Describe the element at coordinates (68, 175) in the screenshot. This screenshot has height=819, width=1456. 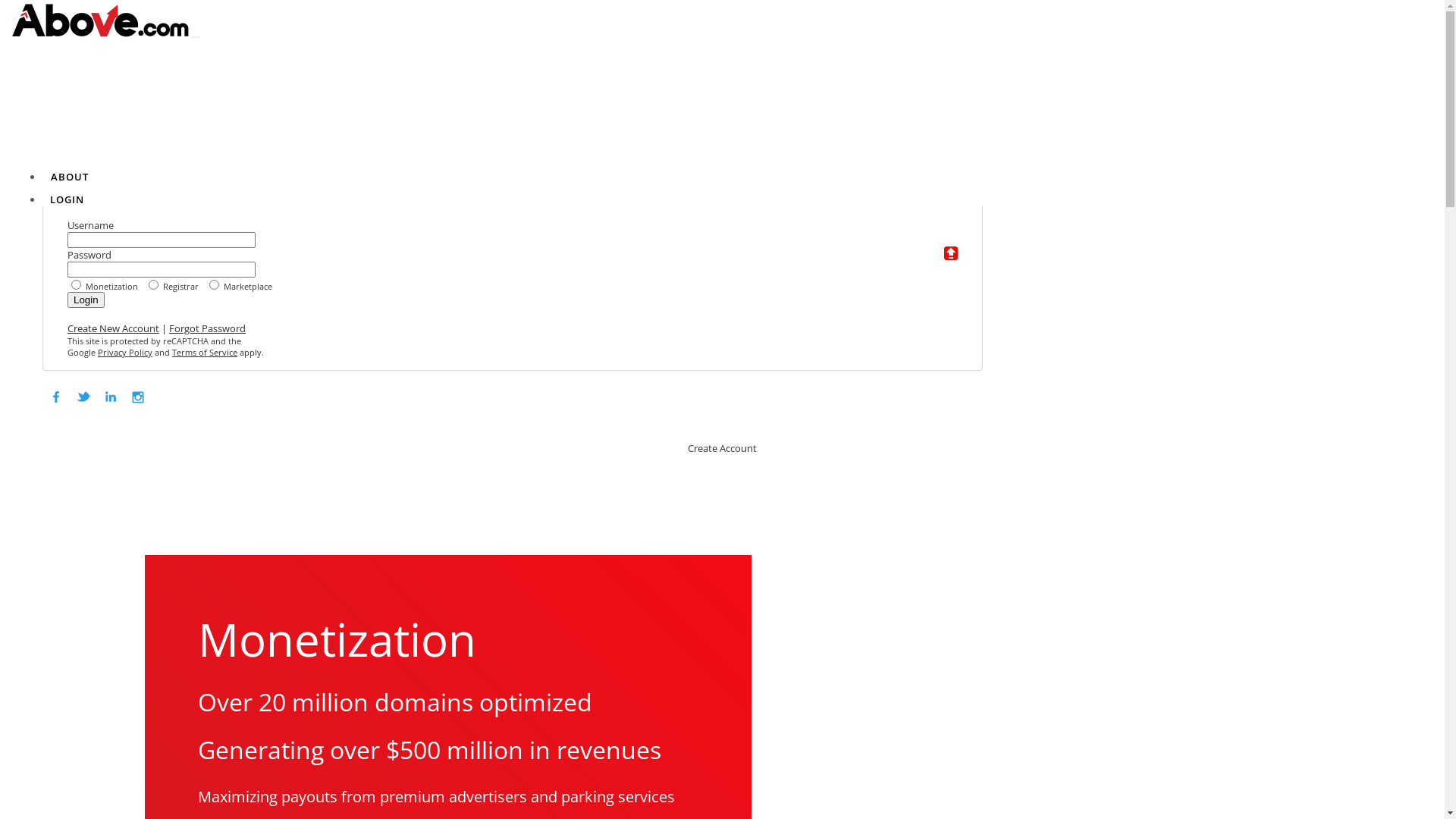
I see `'ABOUT'` at that location.